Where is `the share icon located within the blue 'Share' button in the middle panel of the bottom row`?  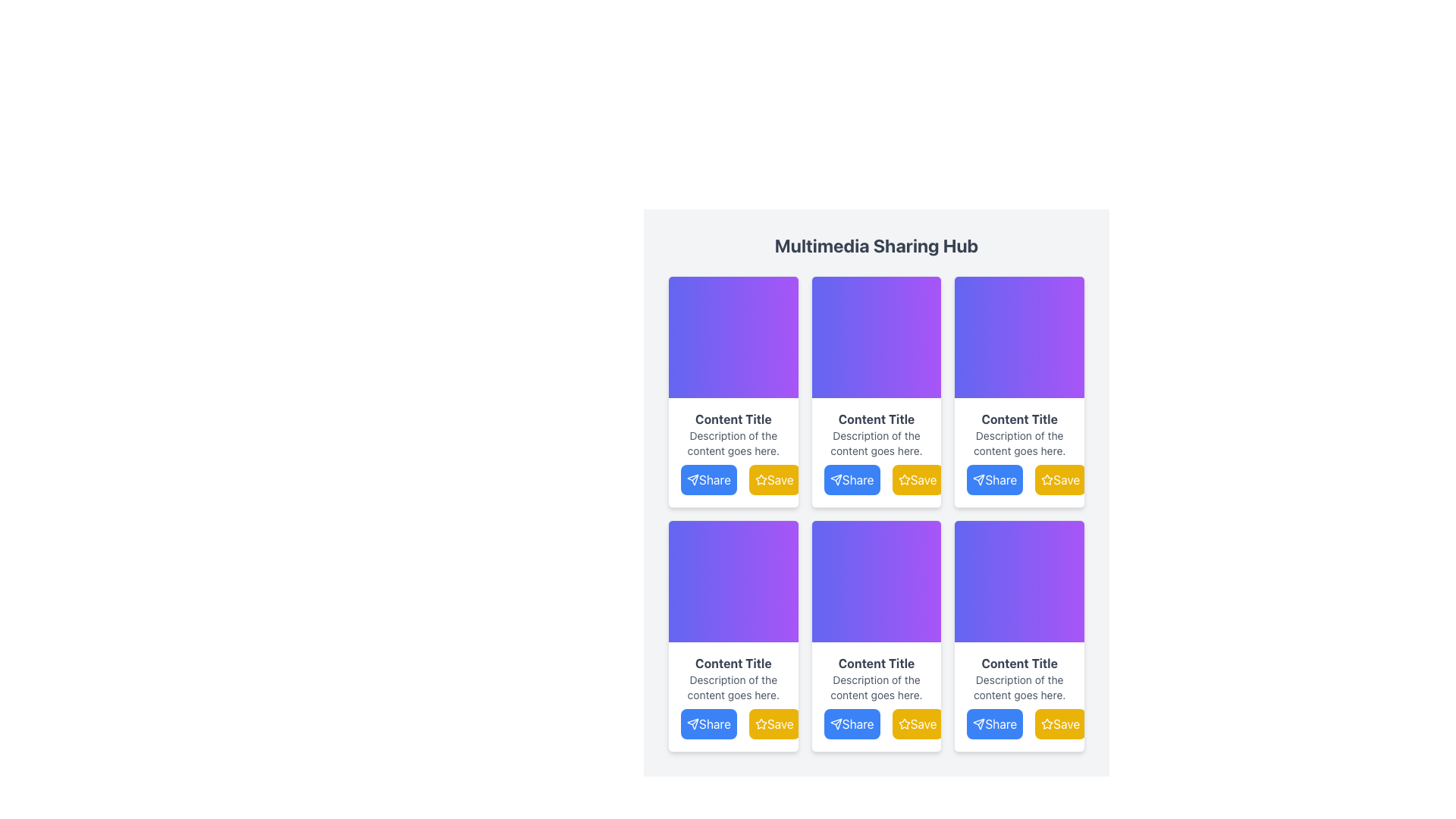 the share icon located within the blue 'Share' button in the middle panel of the bottom row is located at coordinates (835, 723).